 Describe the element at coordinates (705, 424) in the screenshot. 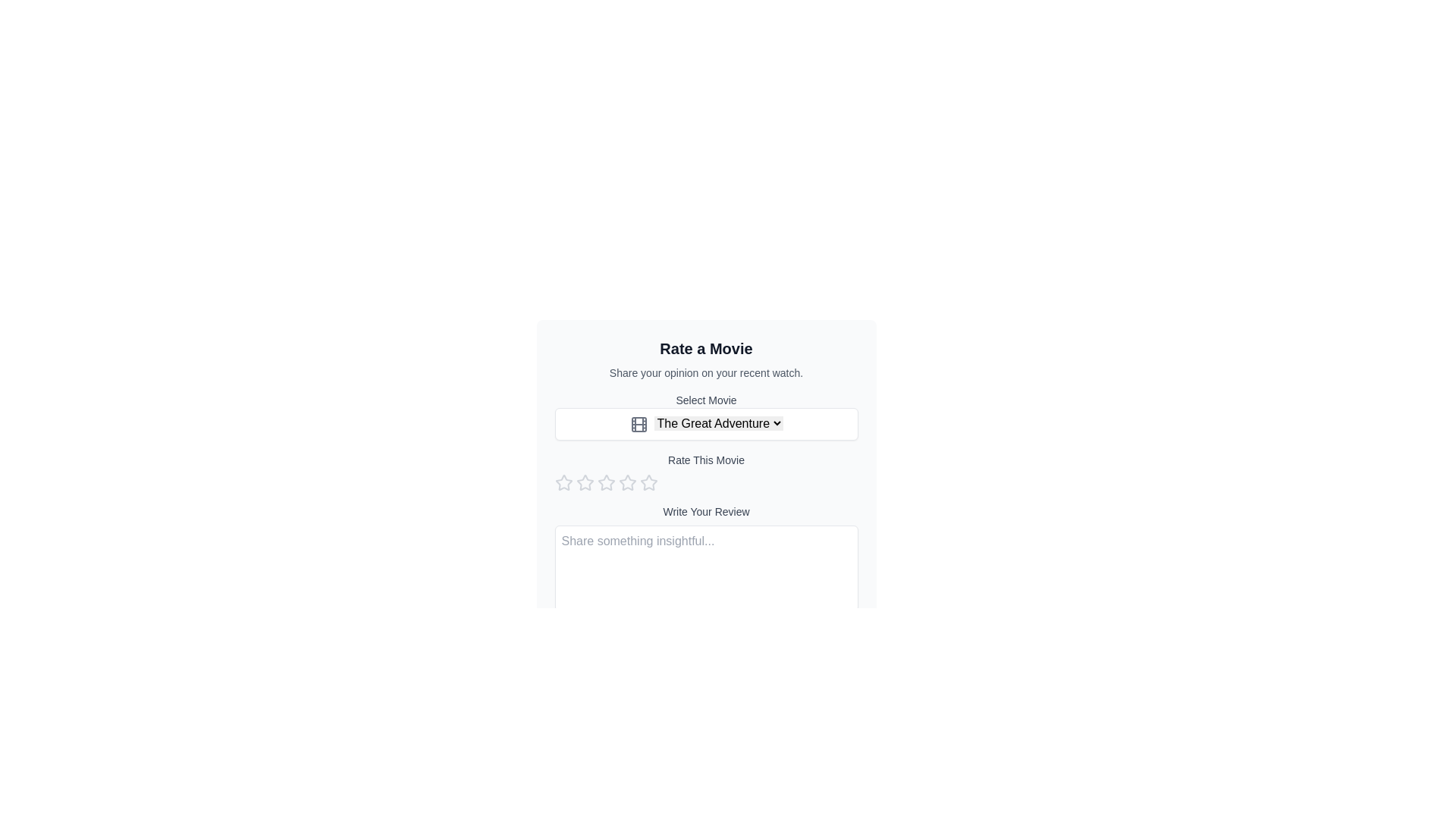

I see `the dropdown menu located below the 'Select Movie' label in the form-like layout by tabbing to it` at that location.